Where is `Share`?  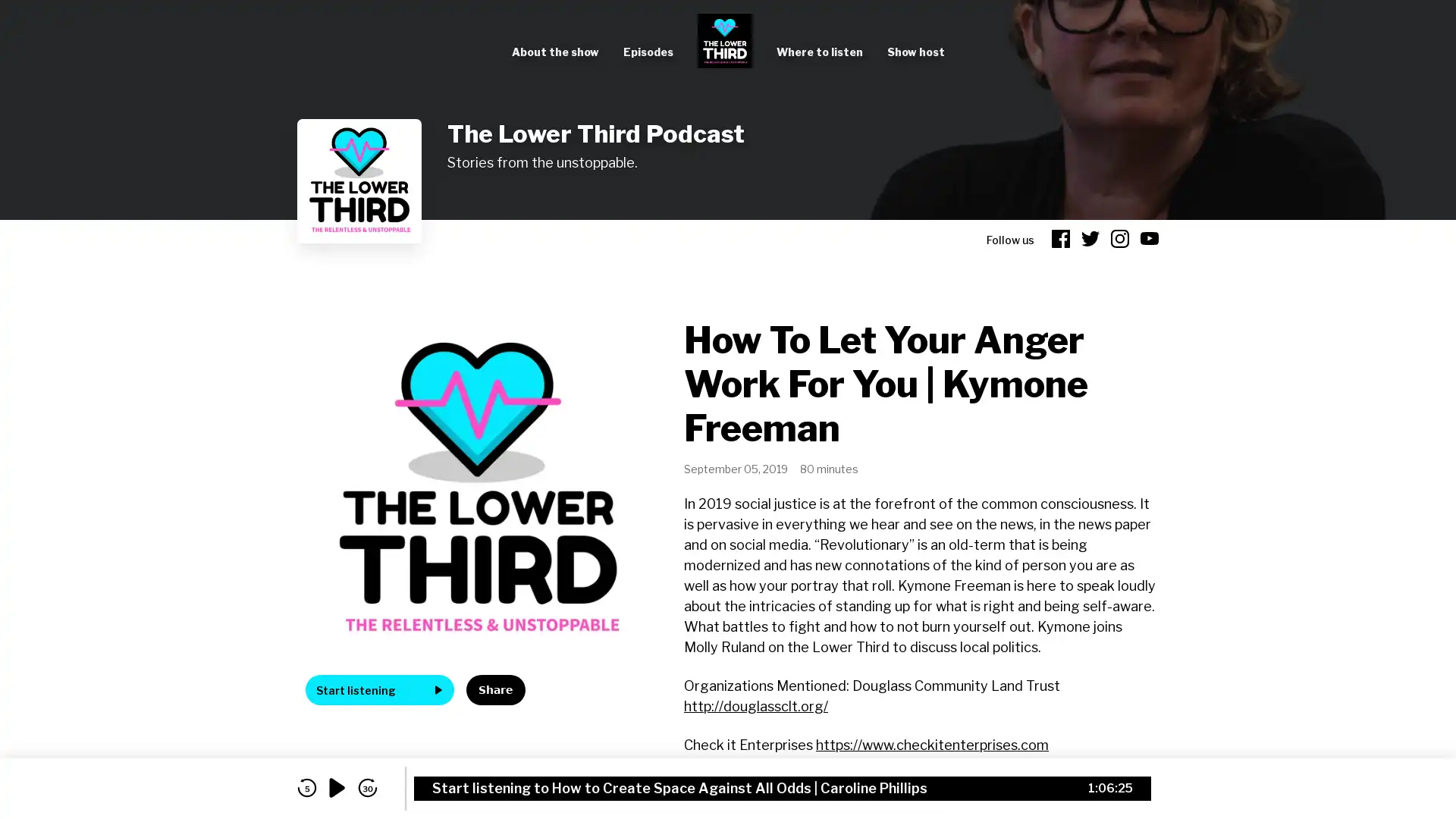 Share is located at coordinates (495, 690).